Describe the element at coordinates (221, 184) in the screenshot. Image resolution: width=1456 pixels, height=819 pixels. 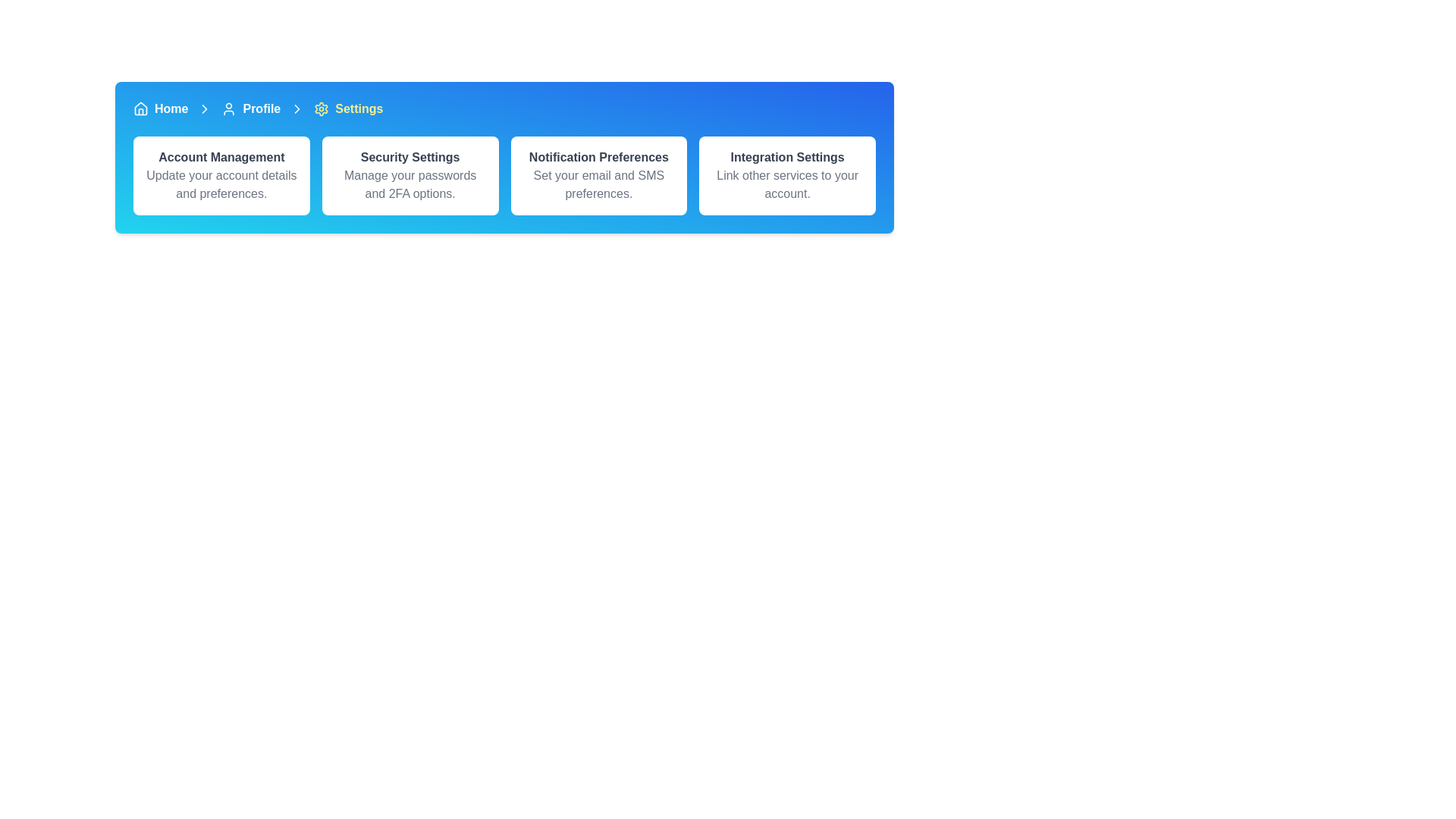
I see `the text element displaying 'Update your account details and preferences.' which is styled in gray and located below the 'Account Management' title within a white card` at that location.